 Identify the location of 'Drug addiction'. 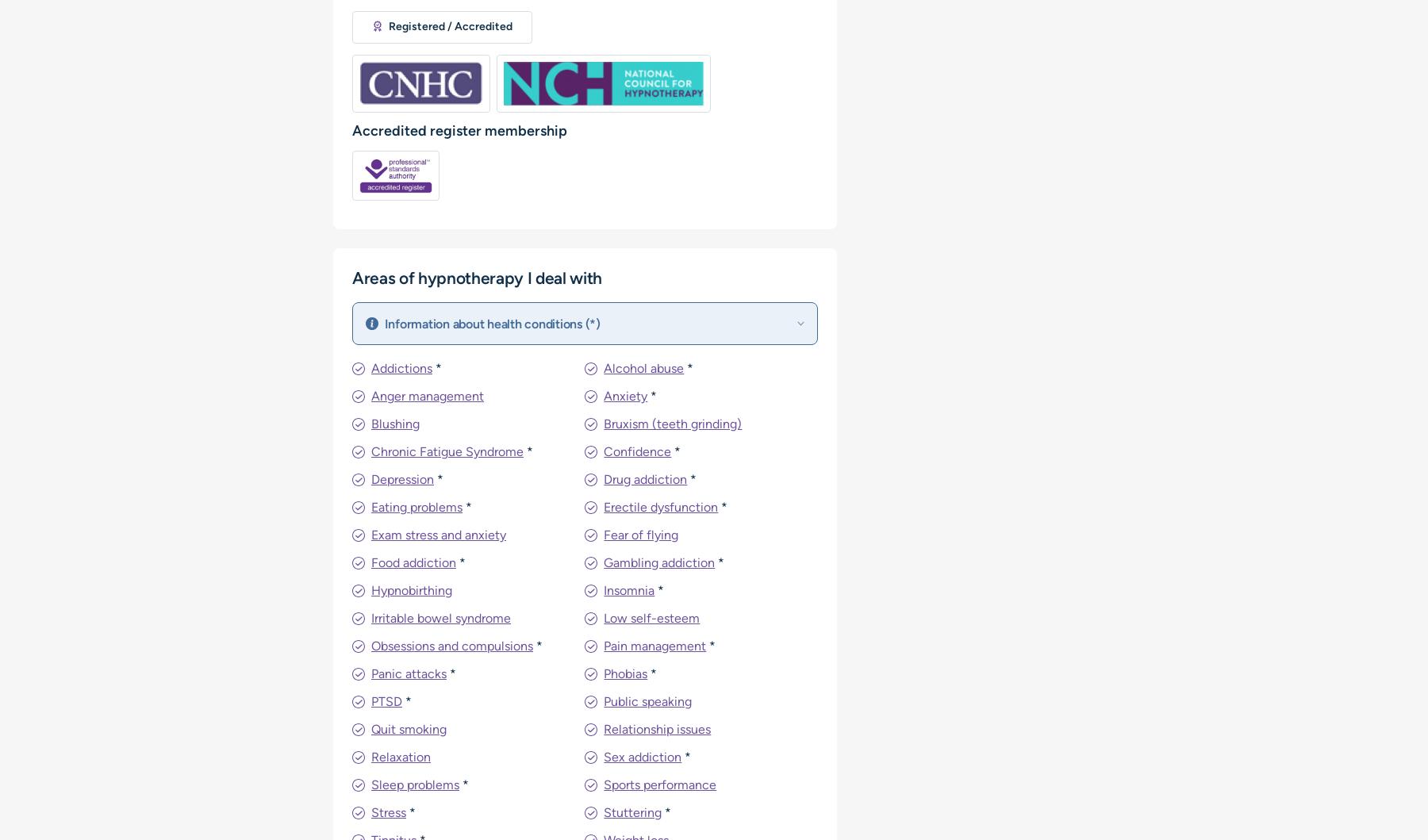
(645, 478).